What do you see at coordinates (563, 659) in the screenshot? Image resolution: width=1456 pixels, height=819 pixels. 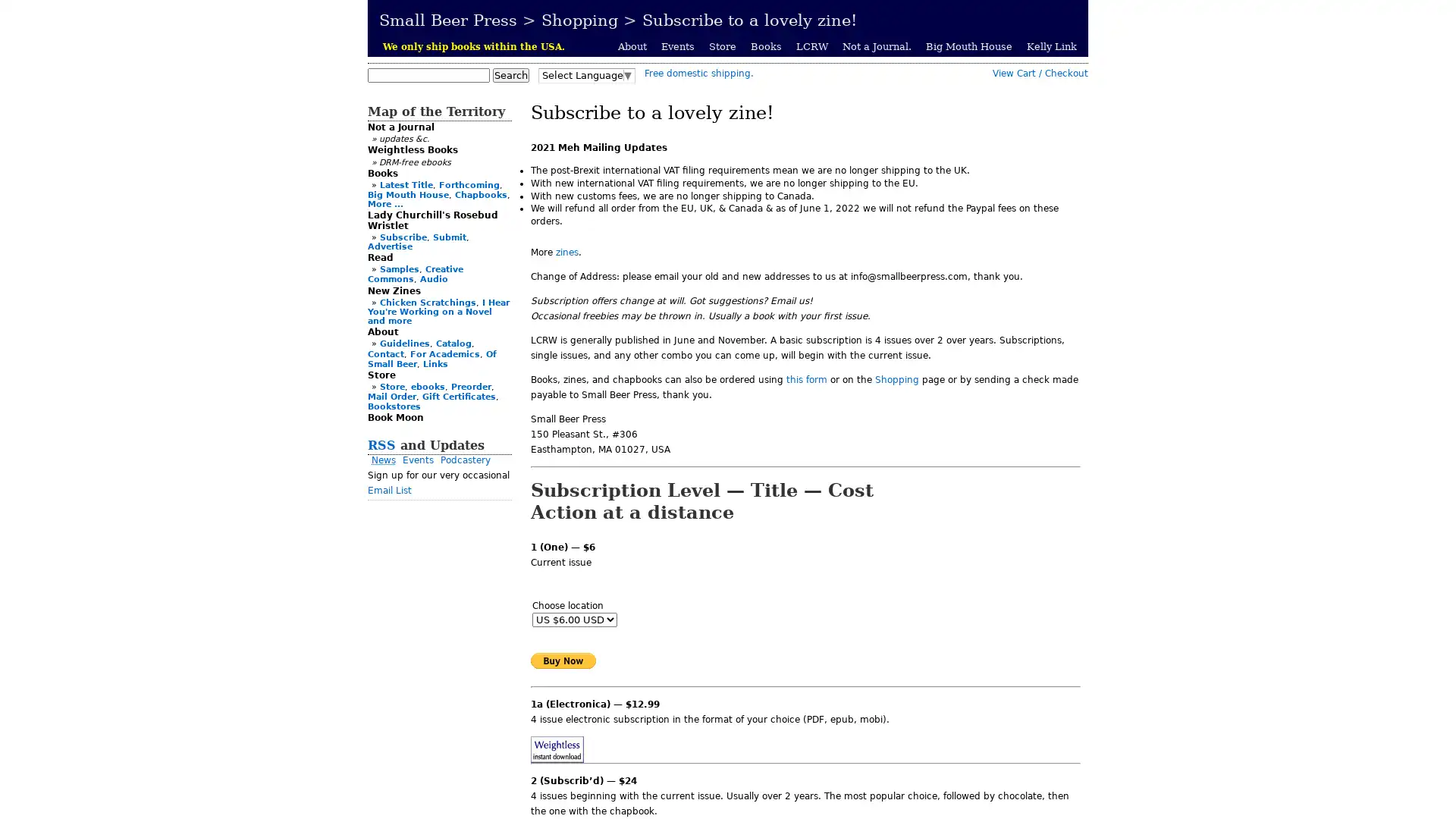 I see `PayPal - The safer, easier way to pay online!` at bounding box center [563, 659].